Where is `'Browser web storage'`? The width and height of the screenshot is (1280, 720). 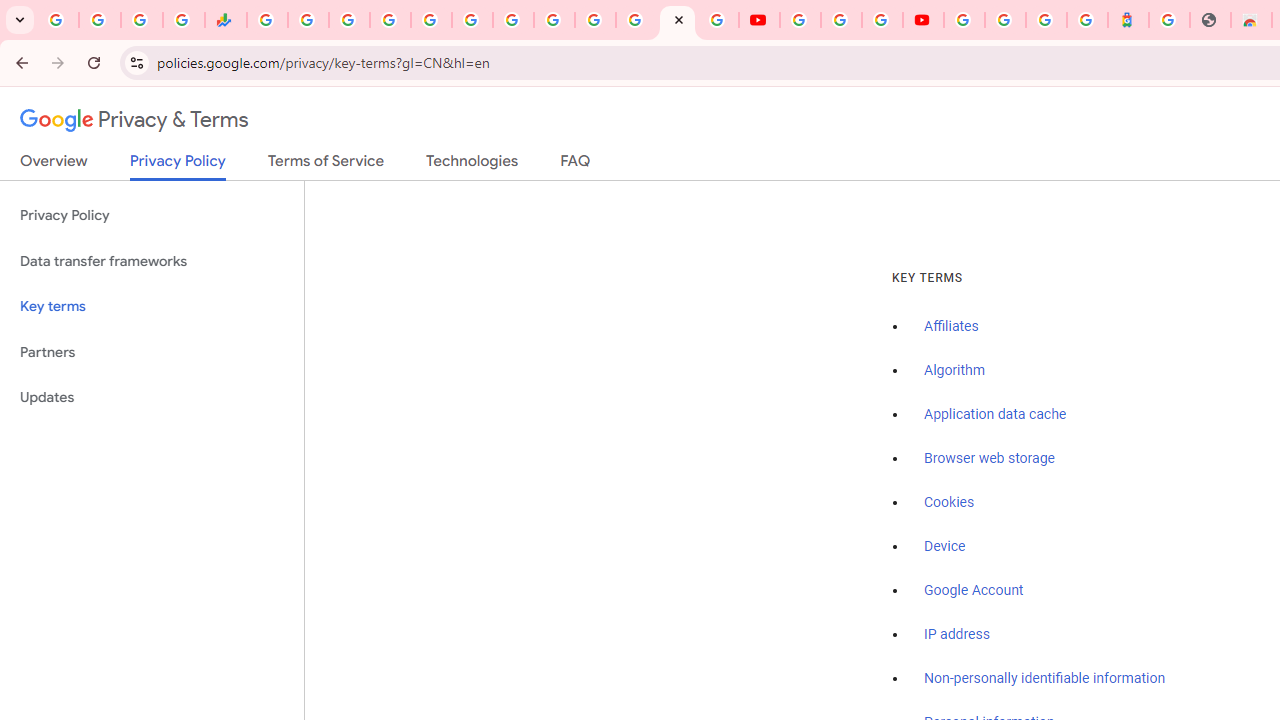 'Browser web storage' is located at coordinates (989, 458).